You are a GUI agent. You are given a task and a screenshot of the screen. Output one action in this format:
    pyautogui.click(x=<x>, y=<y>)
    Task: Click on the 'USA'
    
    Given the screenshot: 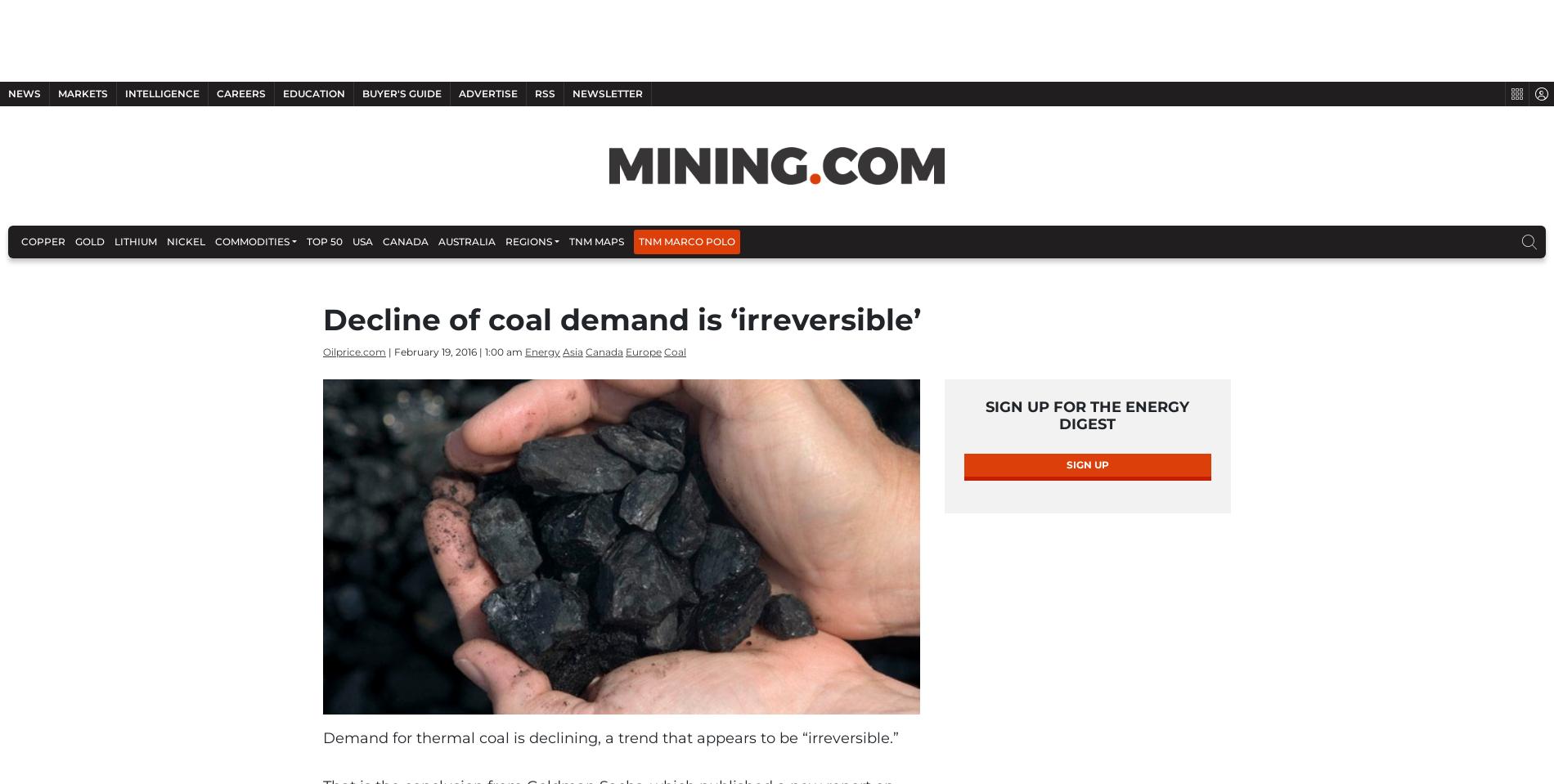 What is the action you would take?
    pyautogui.click(x=362, y=240)
    